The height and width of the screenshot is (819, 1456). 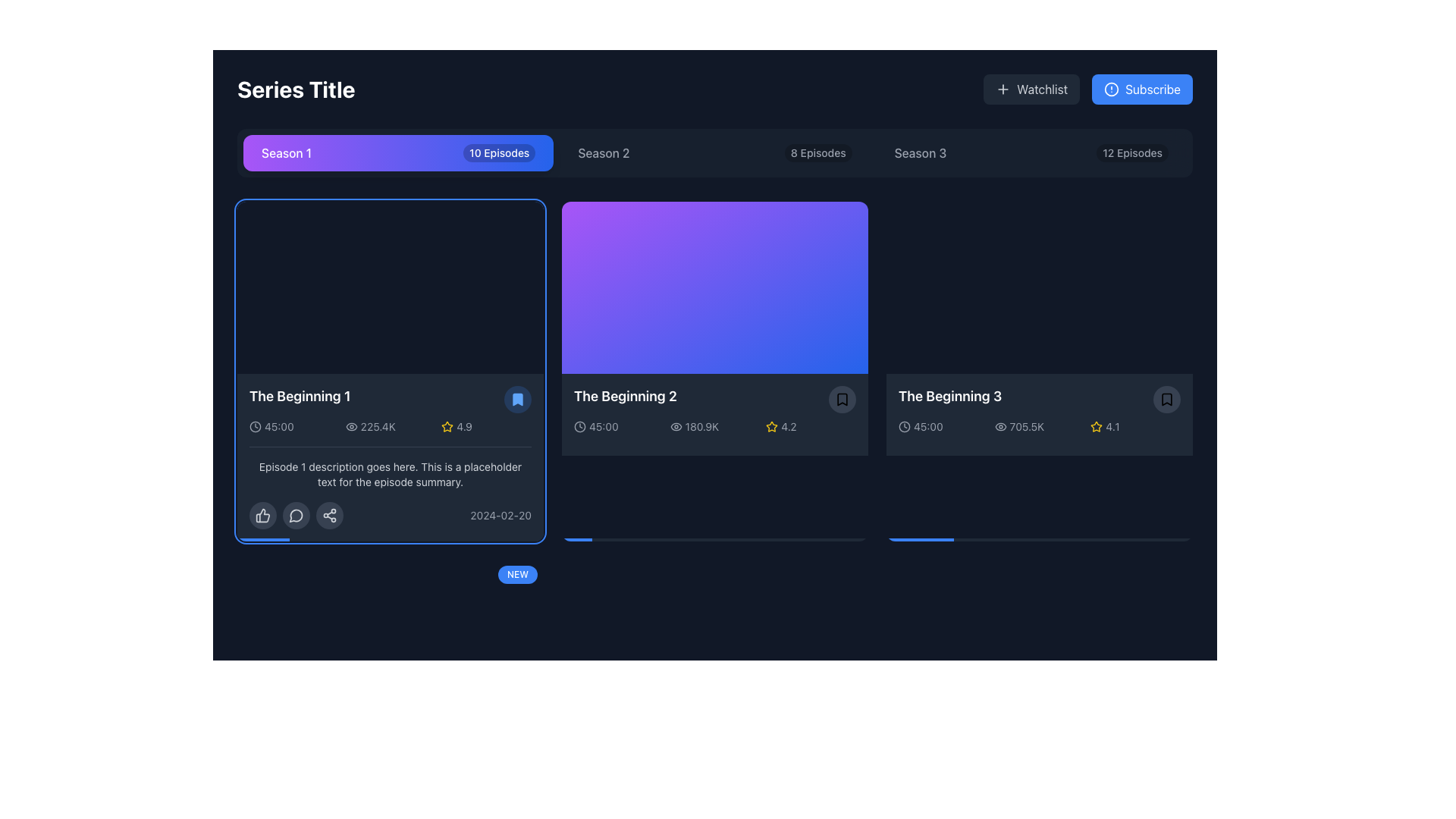 I want to click on the circular blue button with a bookmark icon inside, which is located to the right of the 'The Beginning 1' text at the top-right corner of the episode card, so click(x=517, y=399).